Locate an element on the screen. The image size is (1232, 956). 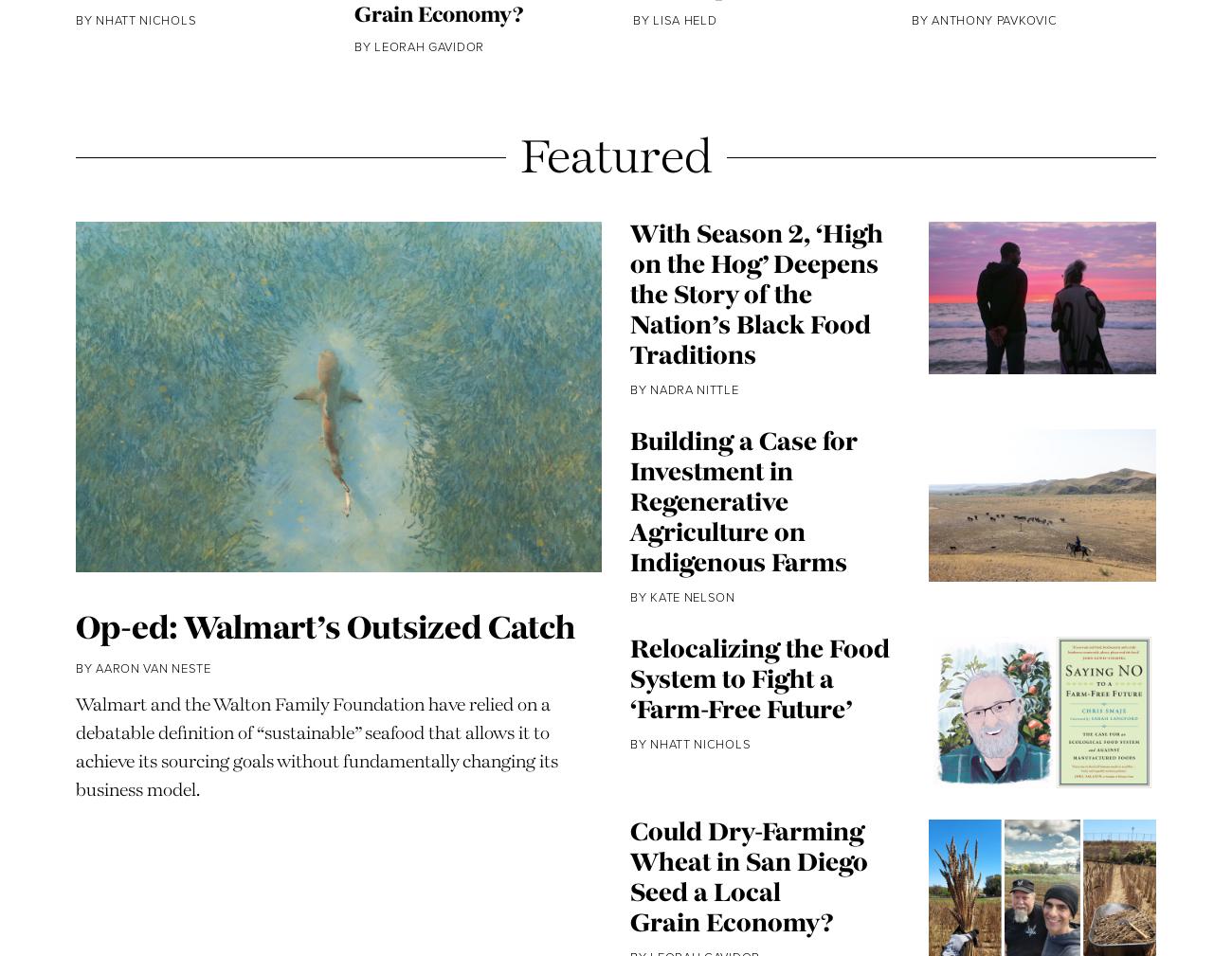
'Relocalizing the Food System to Fight a ‘Farm-Free Future’' is located at coordinates (628, 738).